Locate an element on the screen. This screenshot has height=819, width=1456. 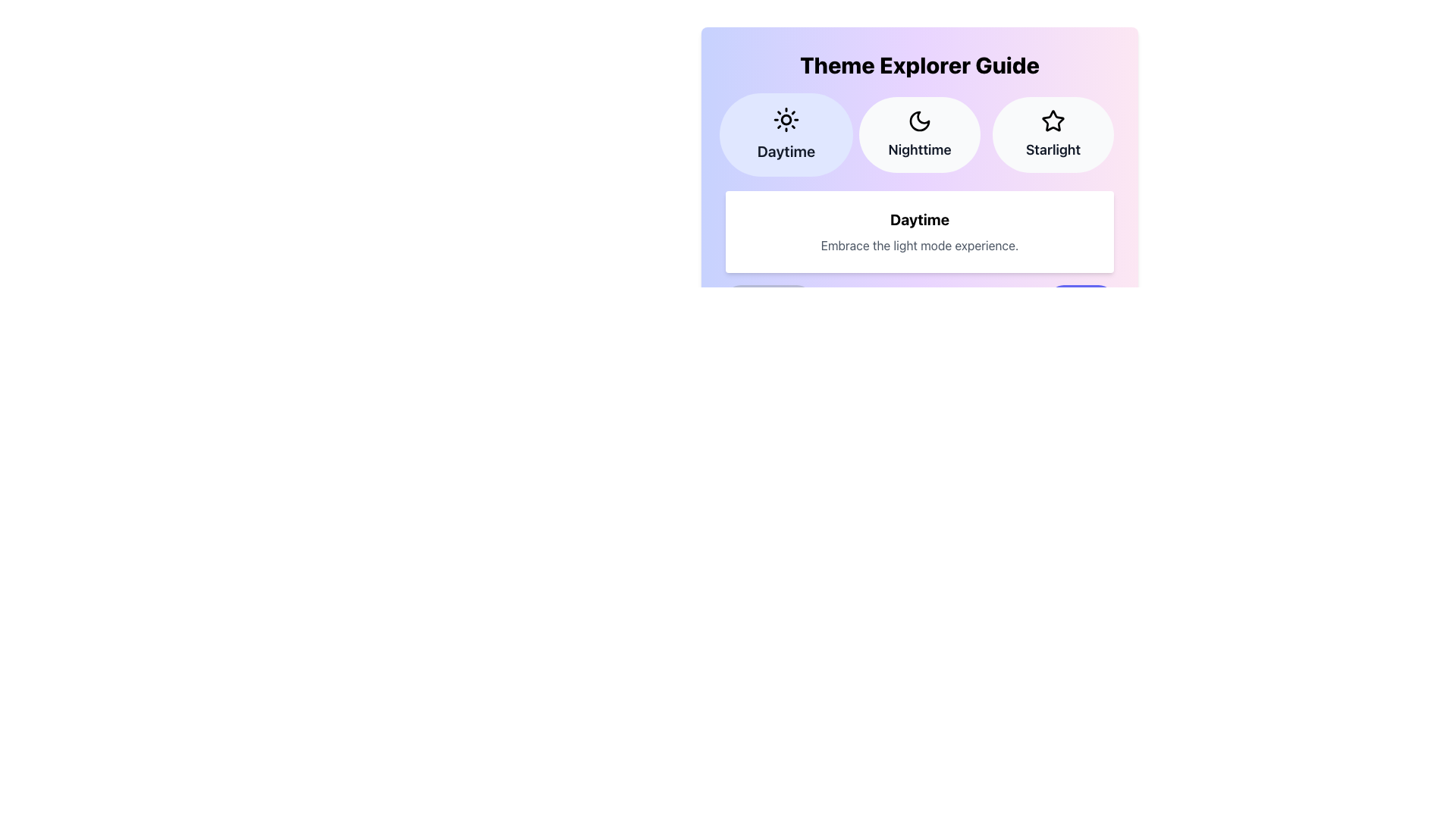
the star icon representing the 'Starlight' theme, which is the third icon in a row of three theme icons is located at coordinates (1052, 120).